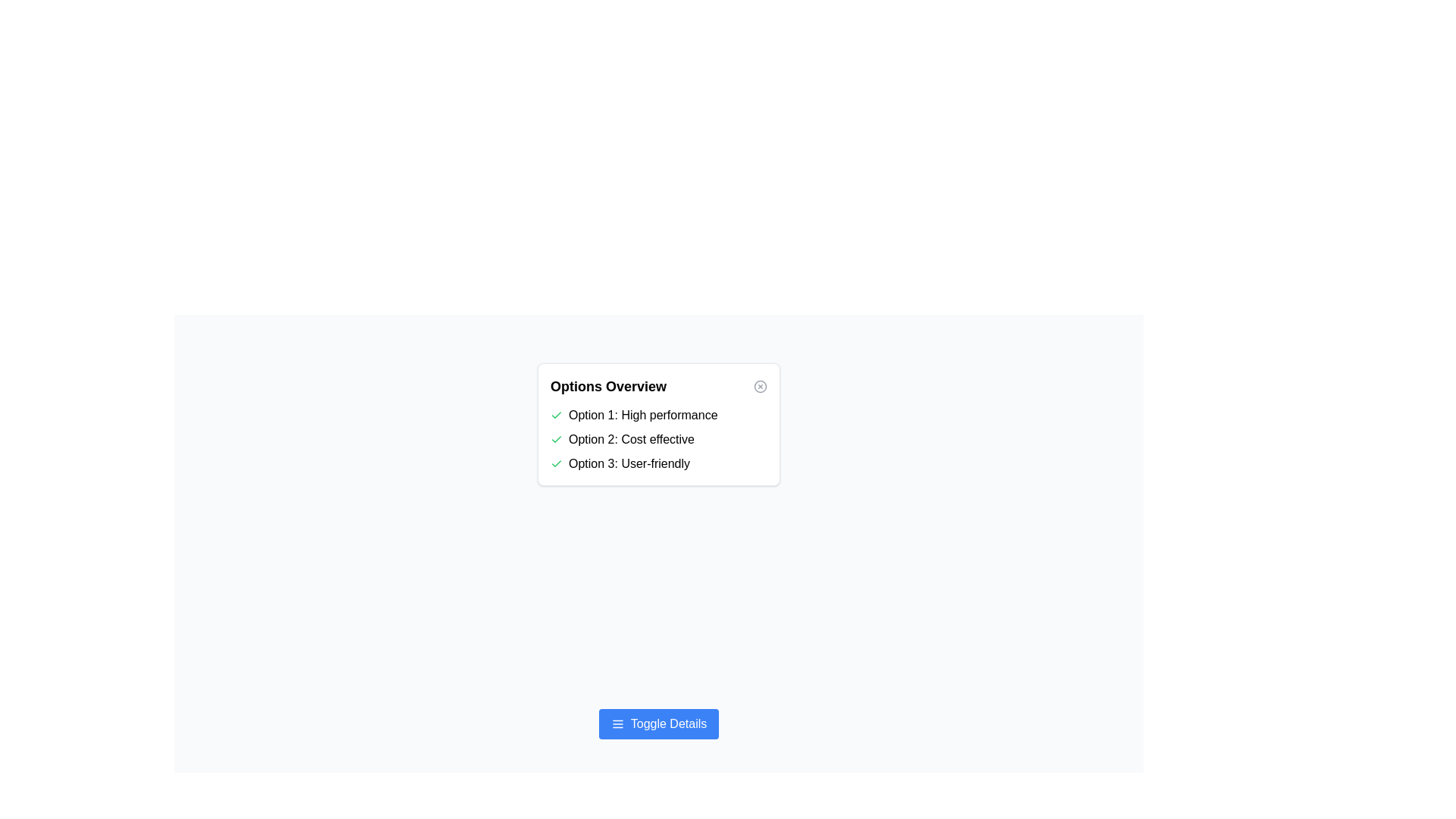  What do you see at coordinates (556, 415) in the screenshot?
I see `the green checkmark icon adjacent to the text 'Option 1: High performance' in the 'Options Overview' section to indicate selection` at bounding box center [556, 415].